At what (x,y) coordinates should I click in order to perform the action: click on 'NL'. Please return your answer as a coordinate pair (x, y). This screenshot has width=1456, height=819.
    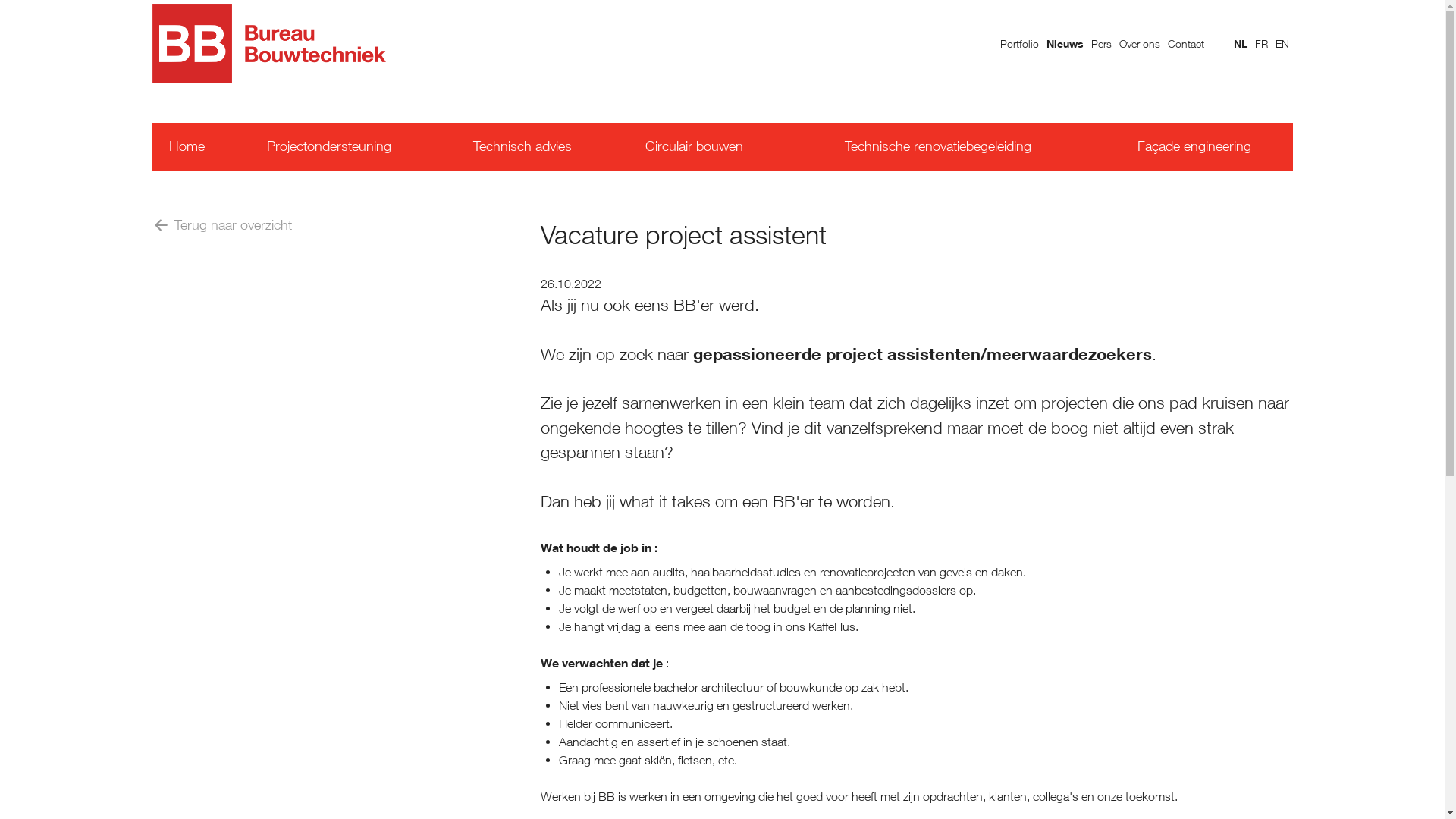
    Looking at the image, I should click on (1241, 42).